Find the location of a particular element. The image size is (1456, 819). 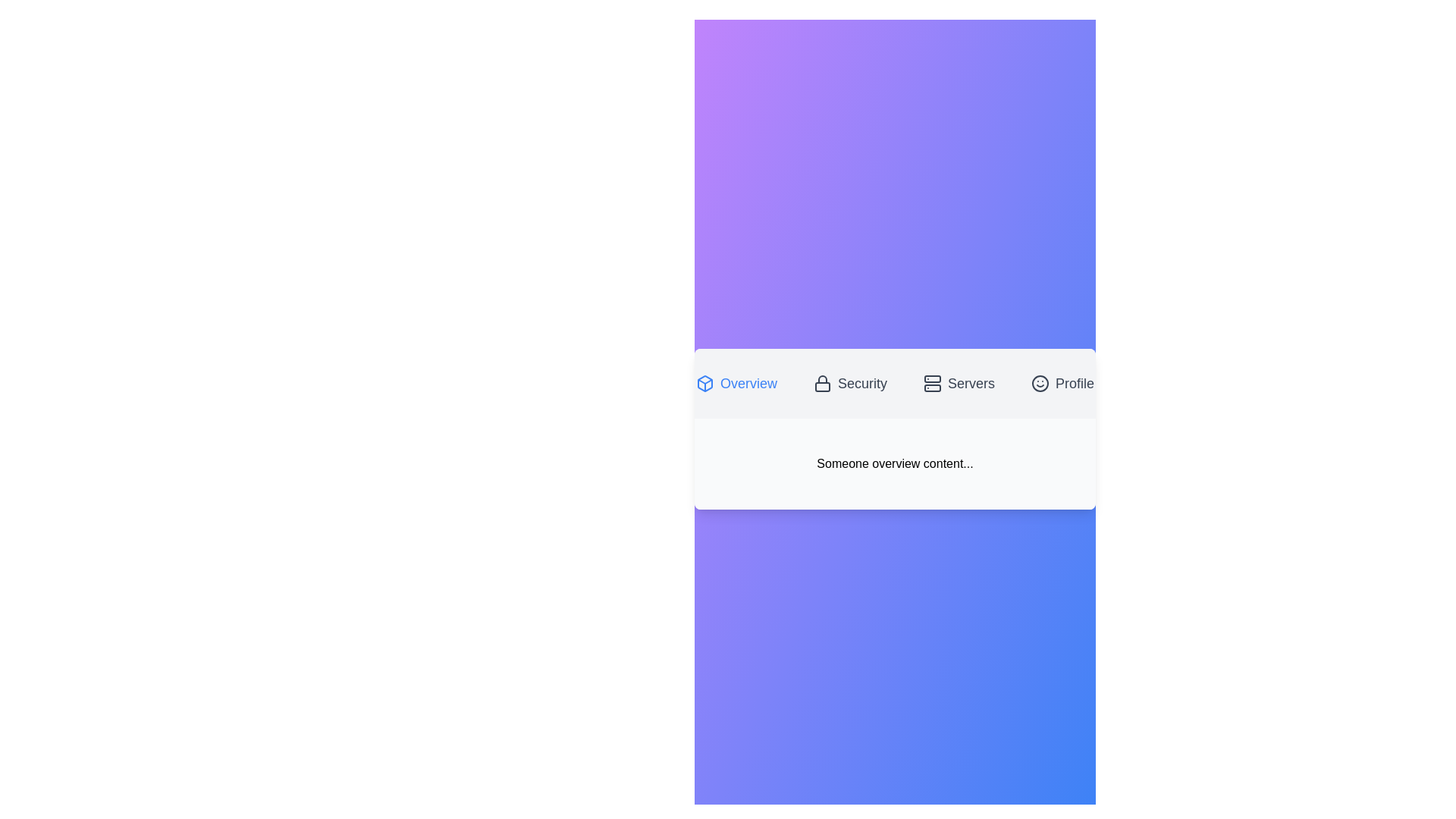

the circular vector graphic that forms the main boundary of the smiling face icon located in the top-right corner of the navigation bar is located at coordinates (1040, 382).